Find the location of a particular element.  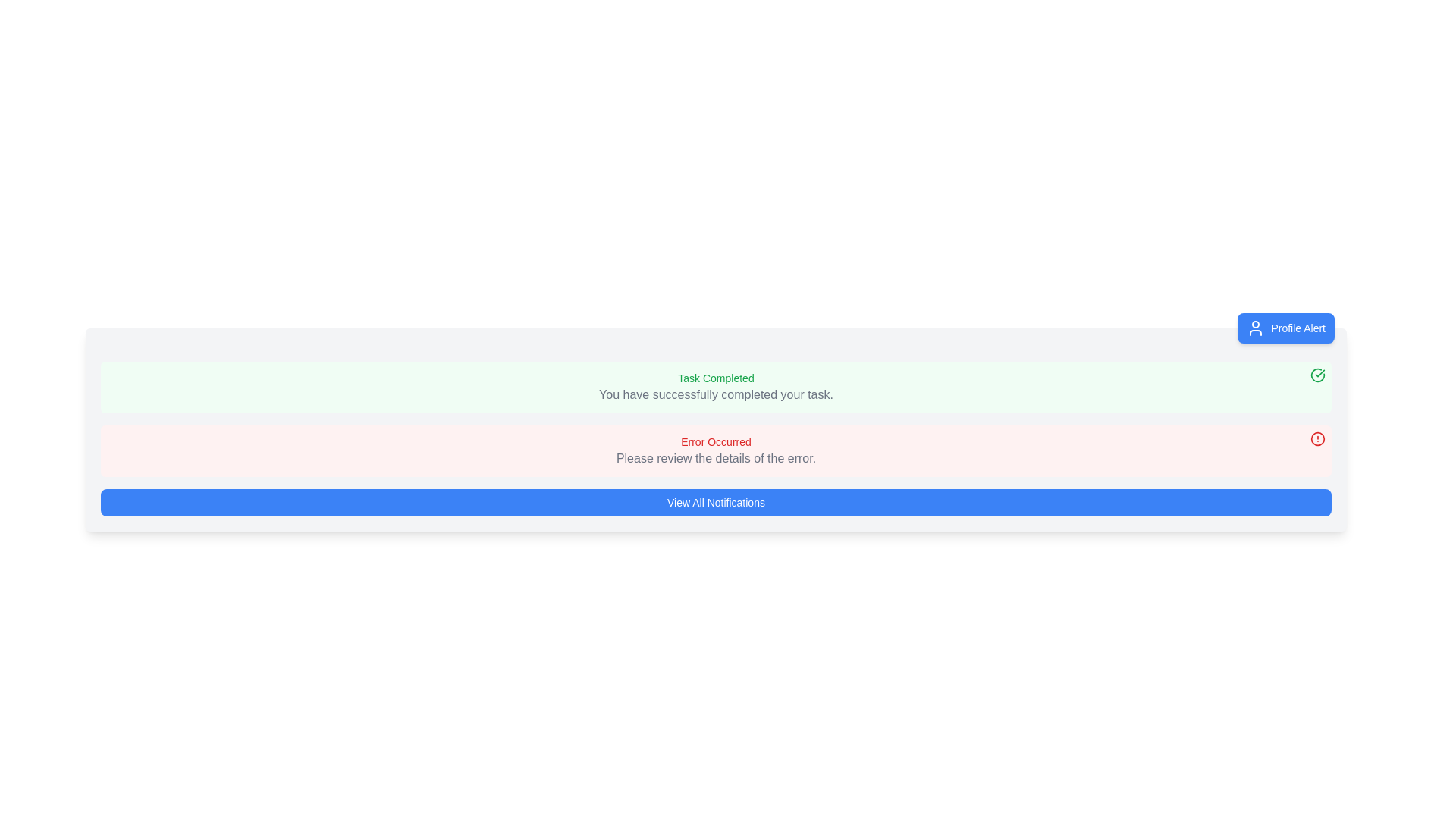

the confirmation message text within the green notification box labeled 'Task Completed', which is the second line of text located beneath the heading is located at coordinates (715, 394).